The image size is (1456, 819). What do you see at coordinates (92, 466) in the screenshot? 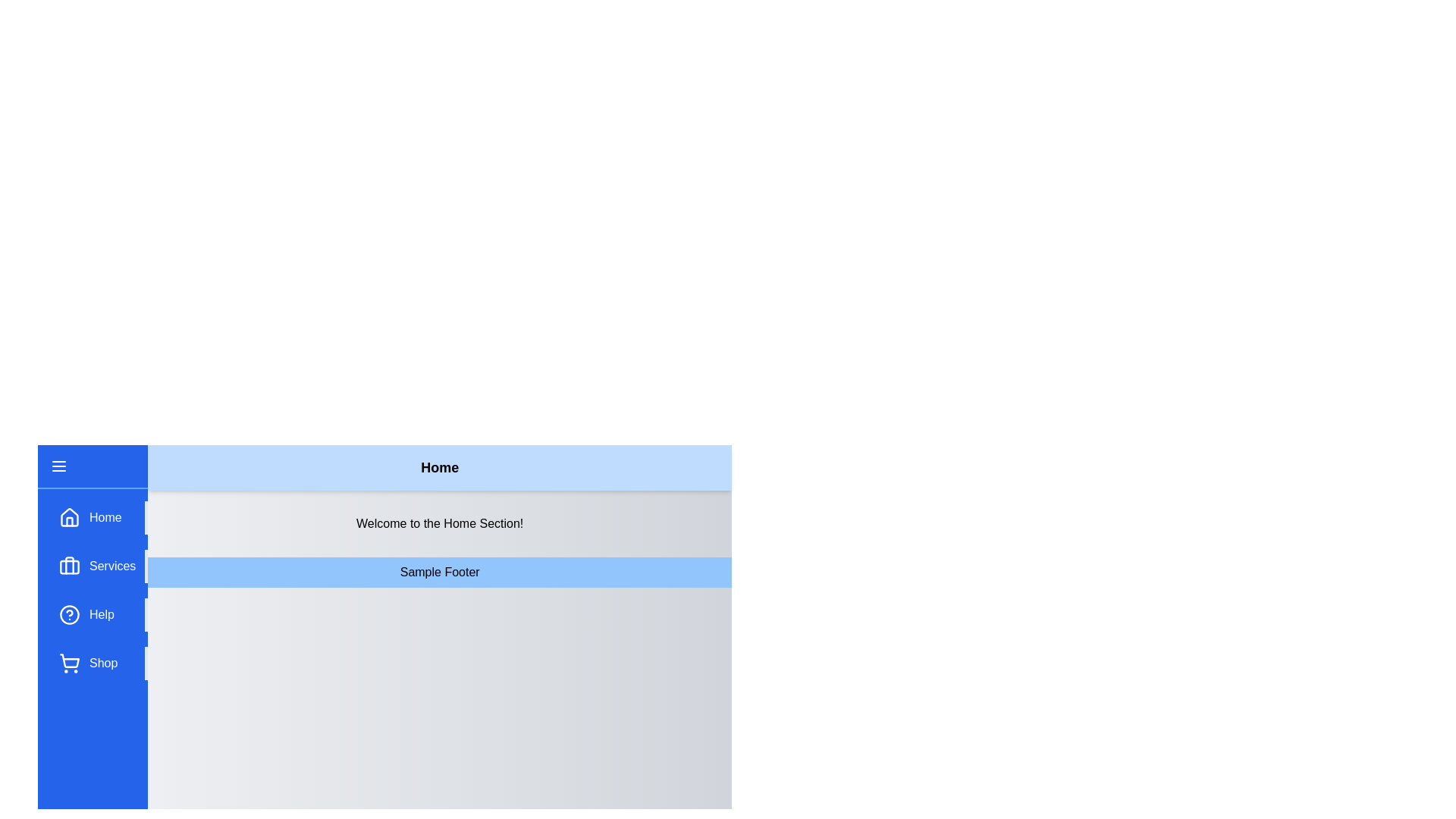
I see `the sidebar toggle button located at the top of the vertical sidebar menu on the left` at bounding box center [92, 466].